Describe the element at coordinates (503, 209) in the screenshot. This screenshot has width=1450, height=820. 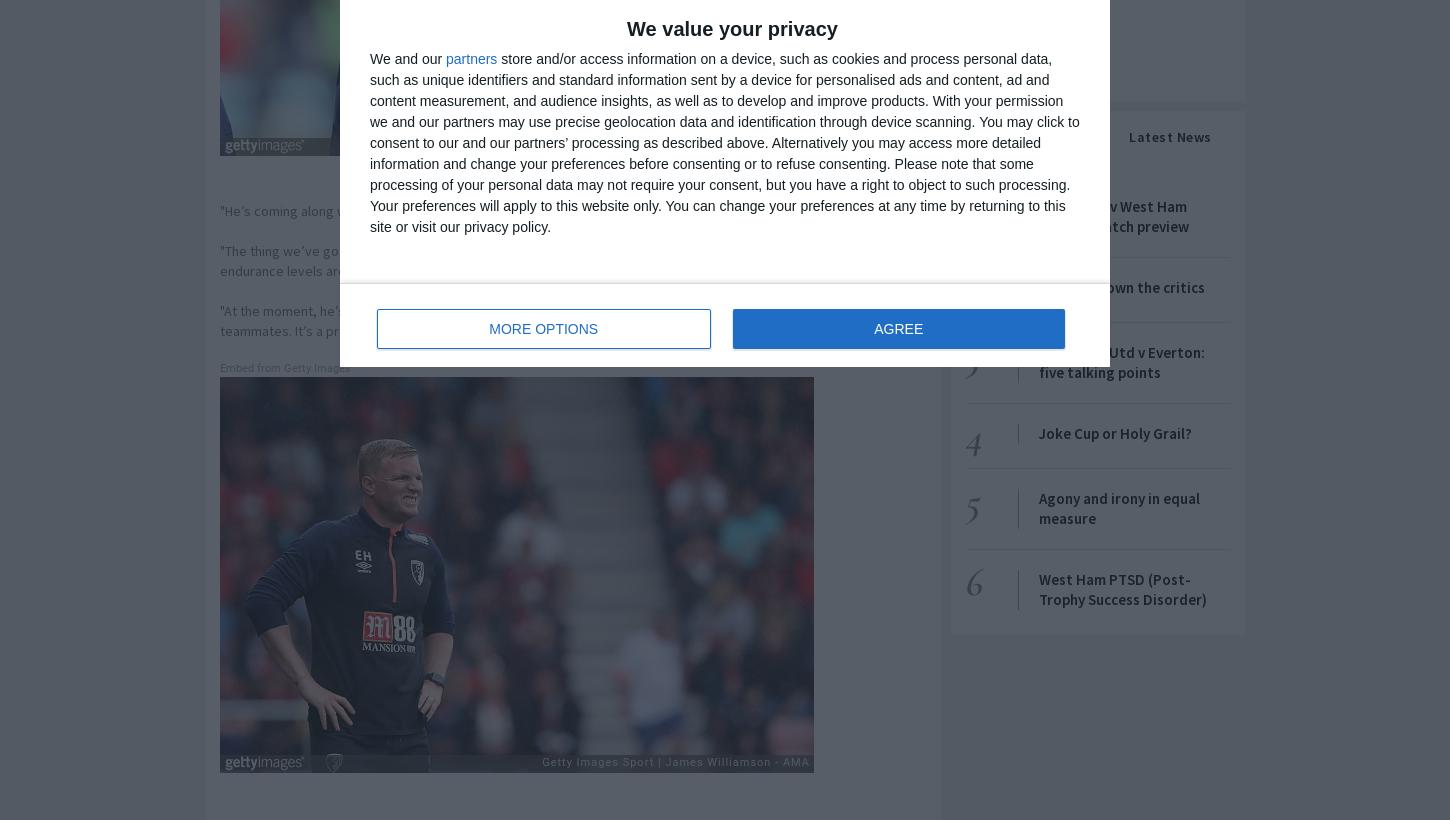
I see `'"He’s coming along well," Howe told Bournemouth's website. "He’s had a good week in training.'` at that location.